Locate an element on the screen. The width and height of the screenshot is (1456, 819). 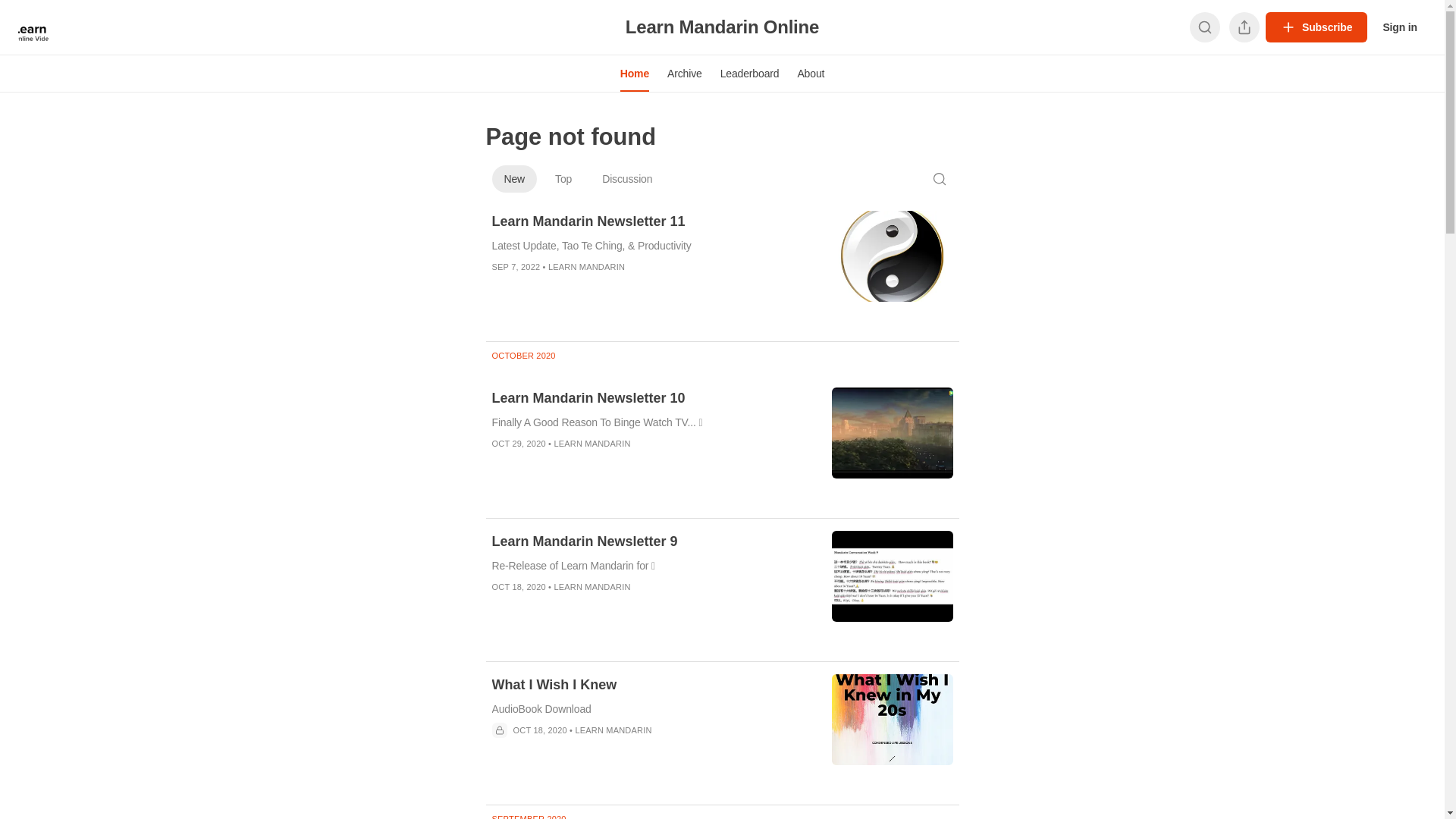
'Learn Mandarin Newsletter 11' is located at coordinates (651, 221).